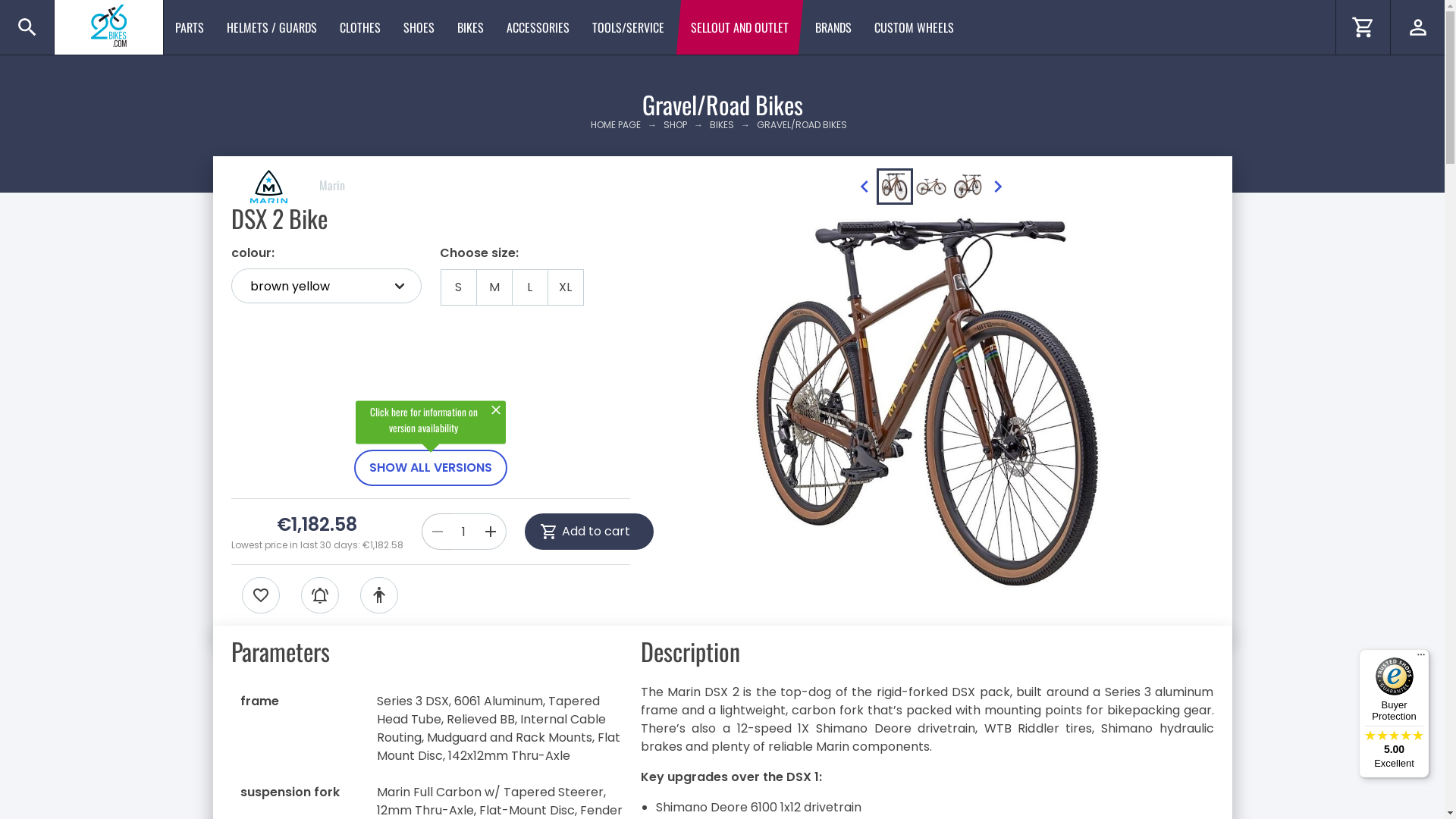 Image resolution: width=1456 pixels, height=819 pixels. Describe the element at coordinates (457, 287) in the screenshot. I see `'S'` at that location.